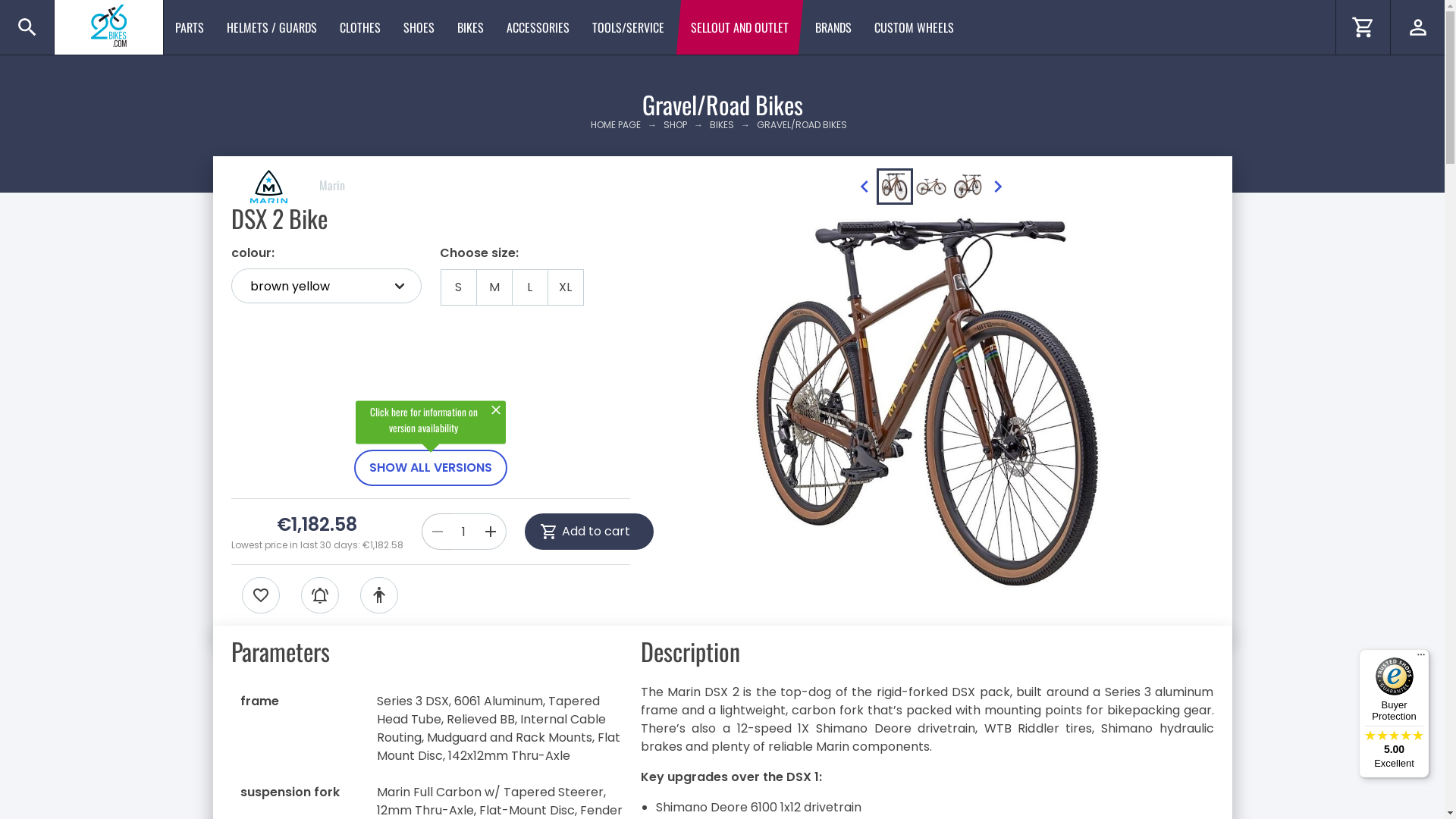 Image resolution: width=1456 pixels, height=819 pixels. Describe the element at coordinates (457, 287) in the screenshot. I see `'S'` at that location.